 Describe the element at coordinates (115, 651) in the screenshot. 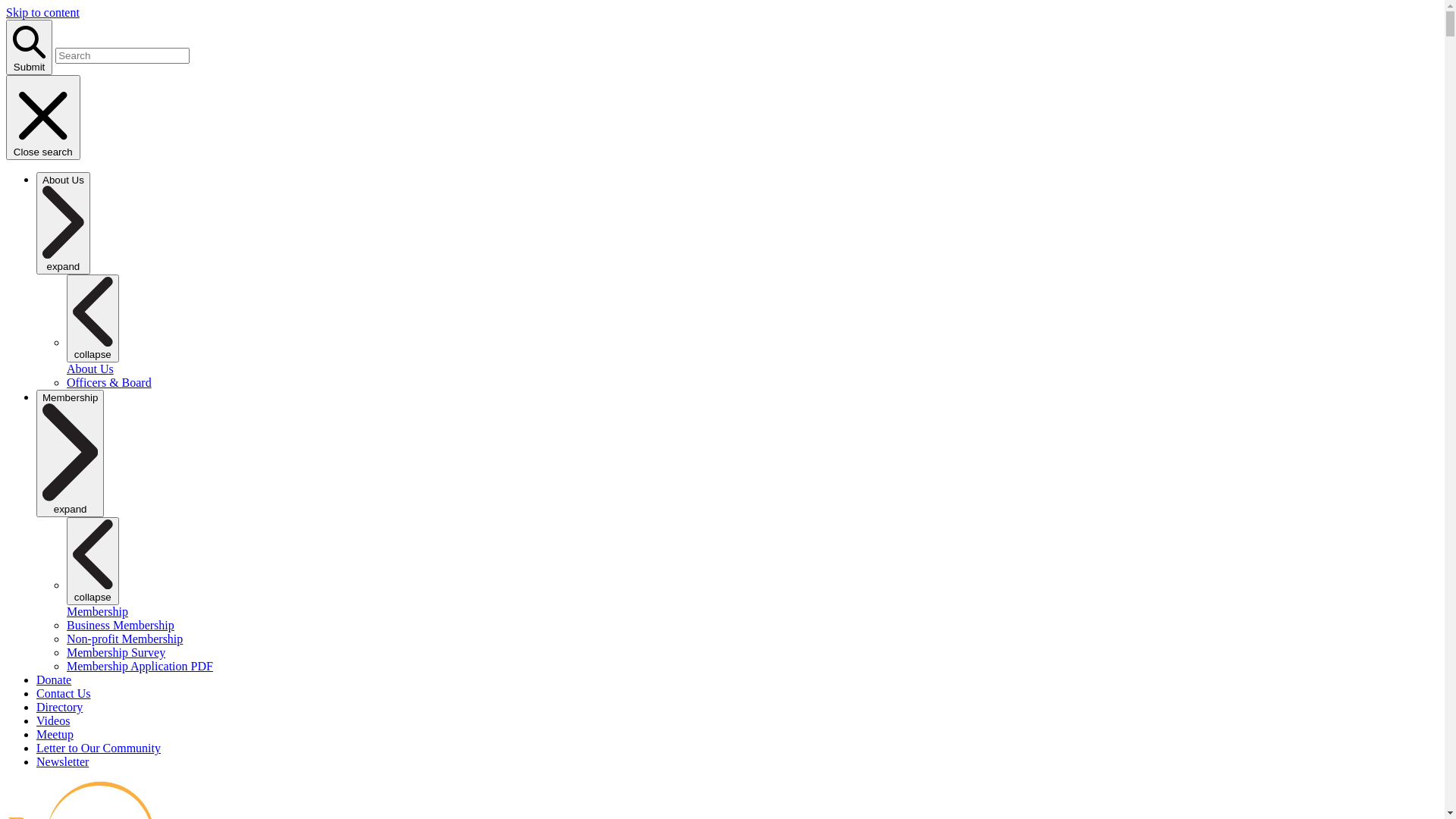

I see `'Membership Survey'` at that location.